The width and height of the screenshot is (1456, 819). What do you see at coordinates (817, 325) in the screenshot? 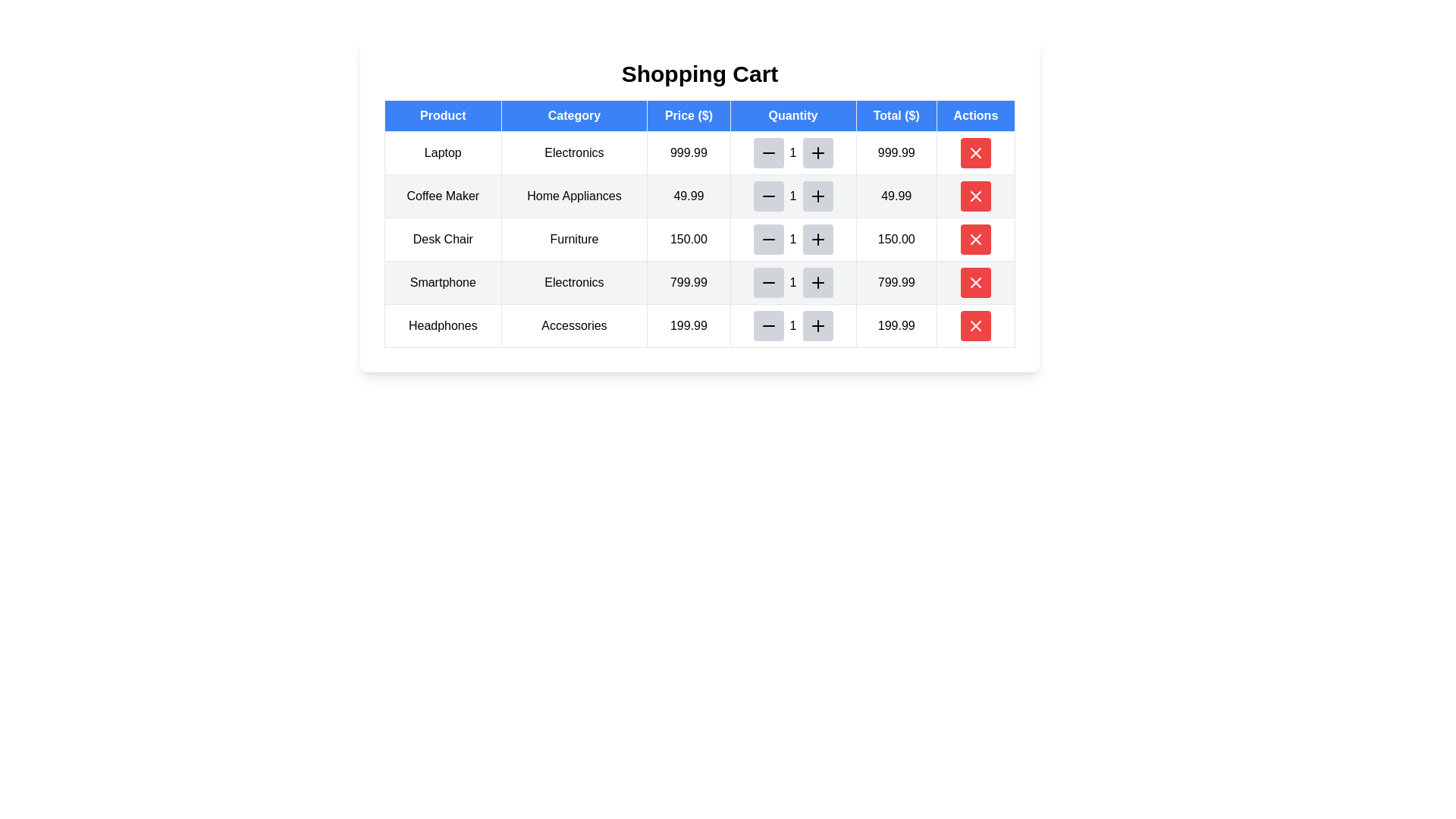
I see `the increment button located in the last row of the shopping cart table under the Quantity column, positioned to the right of the number '1'` at bounding box center [817, 325].